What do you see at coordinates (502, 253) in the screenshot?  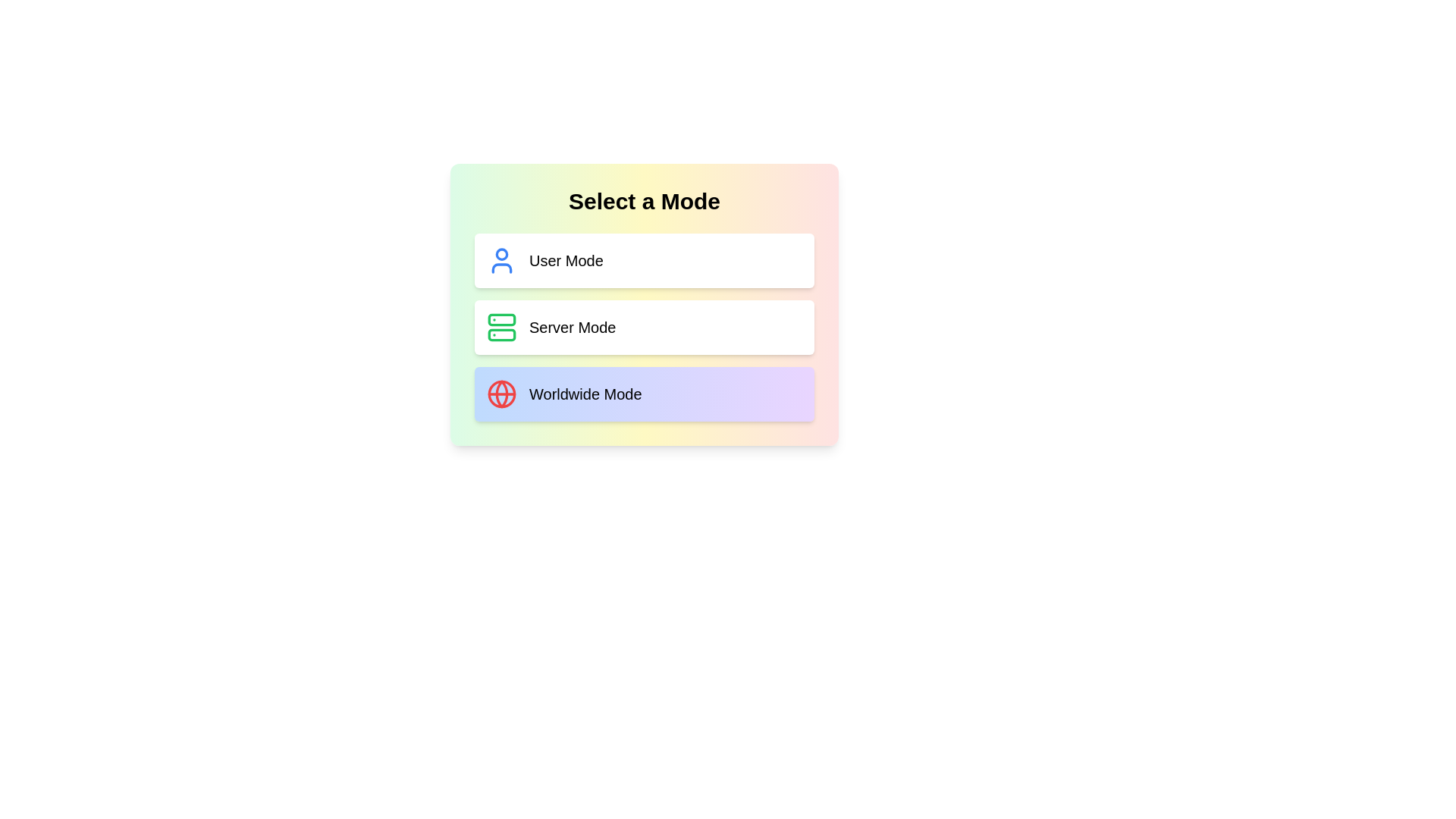 I see `the SVG Circle with a blue stroke and white fill, located centrally within the icon for 'User Mode' in the UI for information` at bounding box center [502, 253].